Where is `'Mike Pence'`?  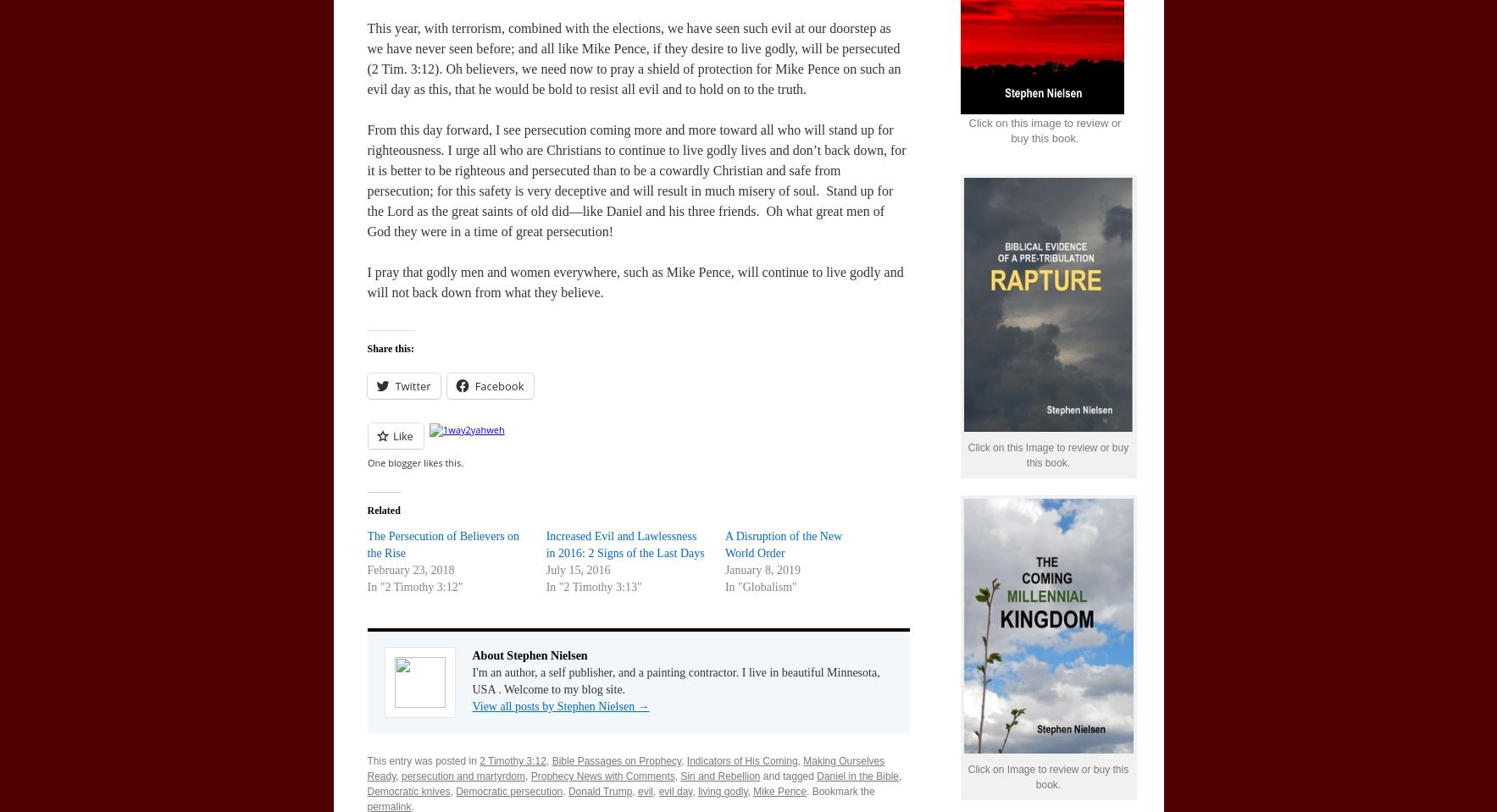
'Mike Pence' is located at coordinates (752, 792).